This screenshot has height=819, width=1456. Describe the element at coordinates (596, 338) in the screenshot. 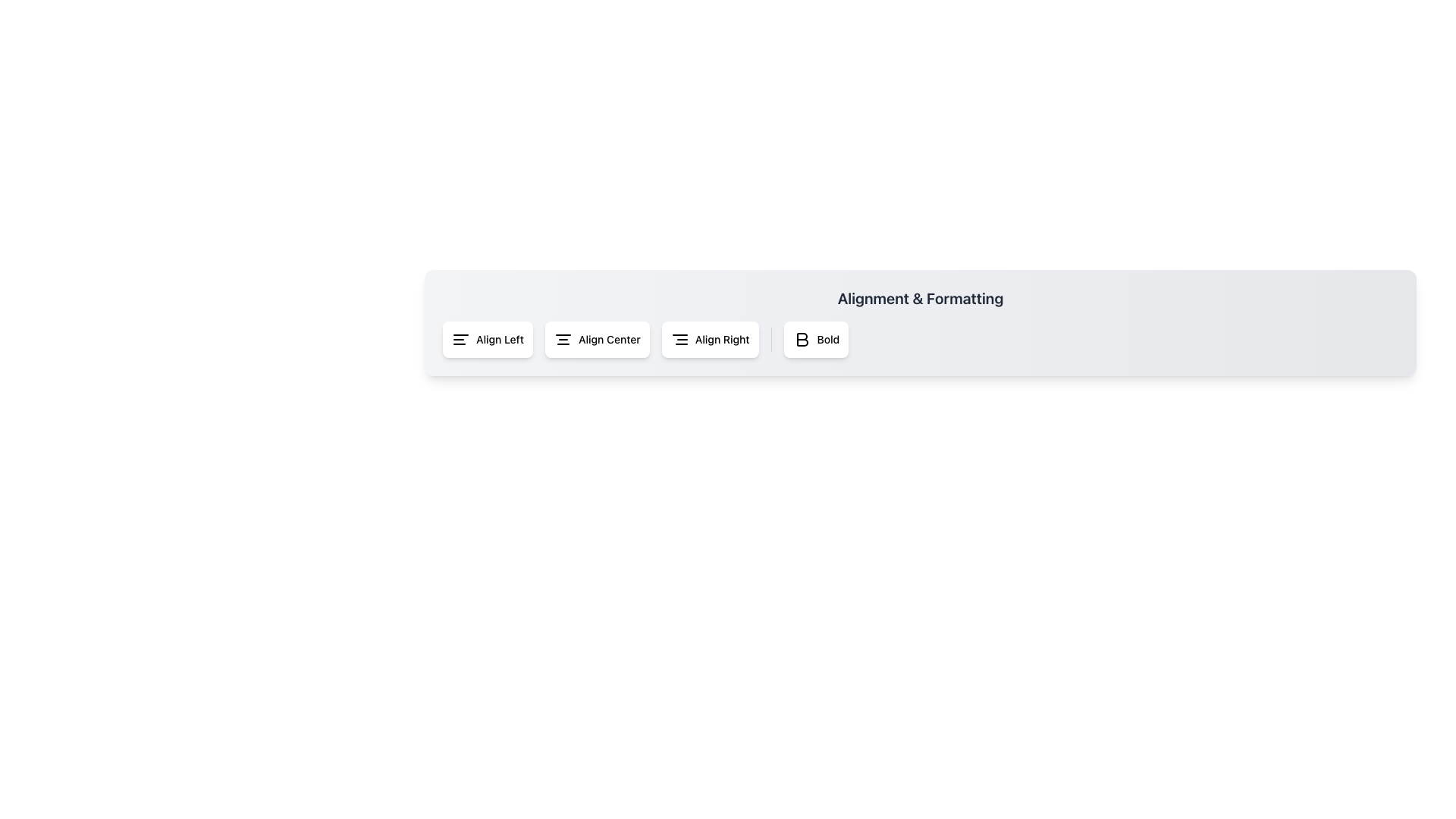

I see `the center alignment button, which is located between the 'Align Left' and 'Align Right' buttons` at that location.